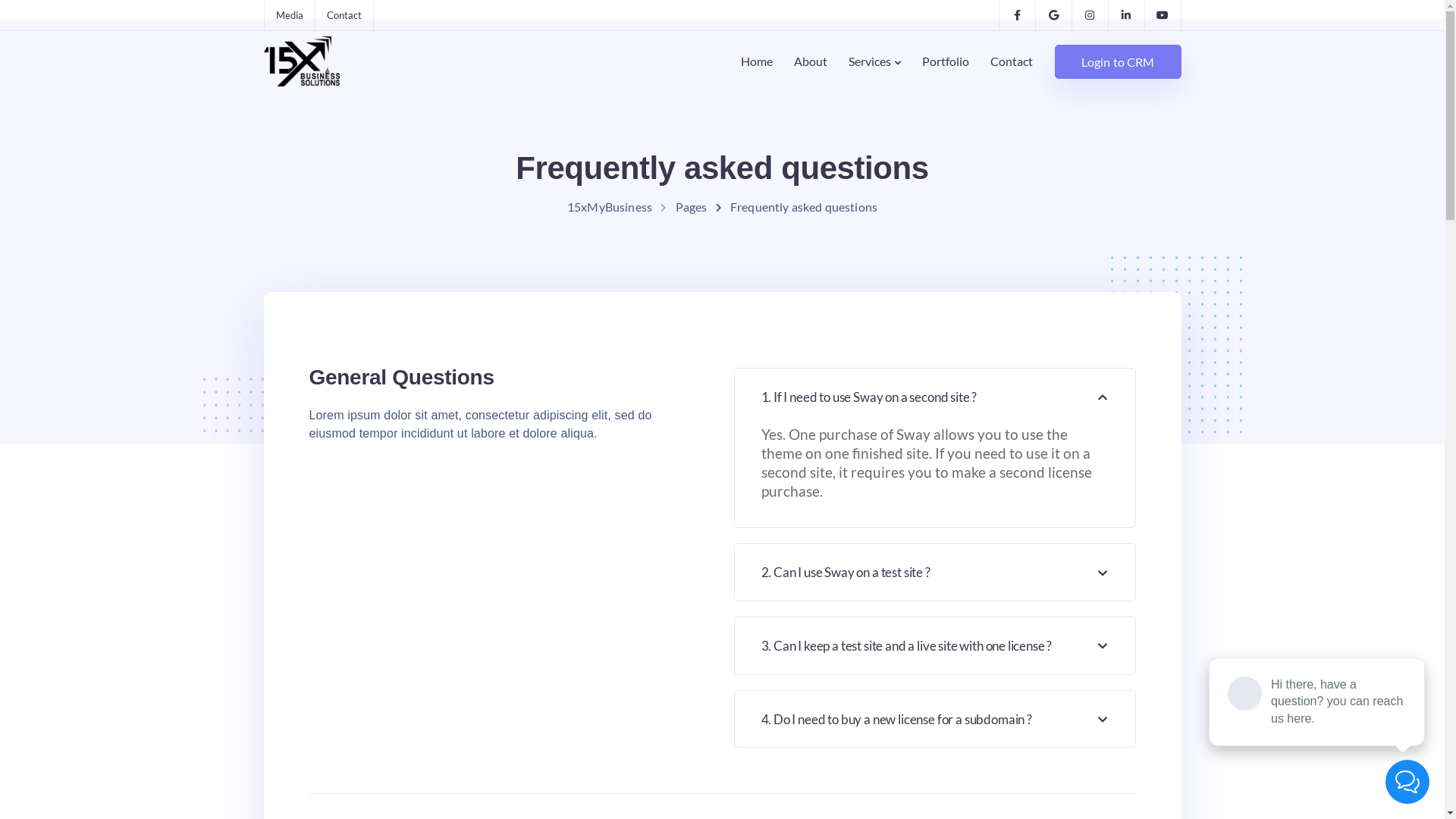  I want to click on 'IT Services', so click(486, 526).